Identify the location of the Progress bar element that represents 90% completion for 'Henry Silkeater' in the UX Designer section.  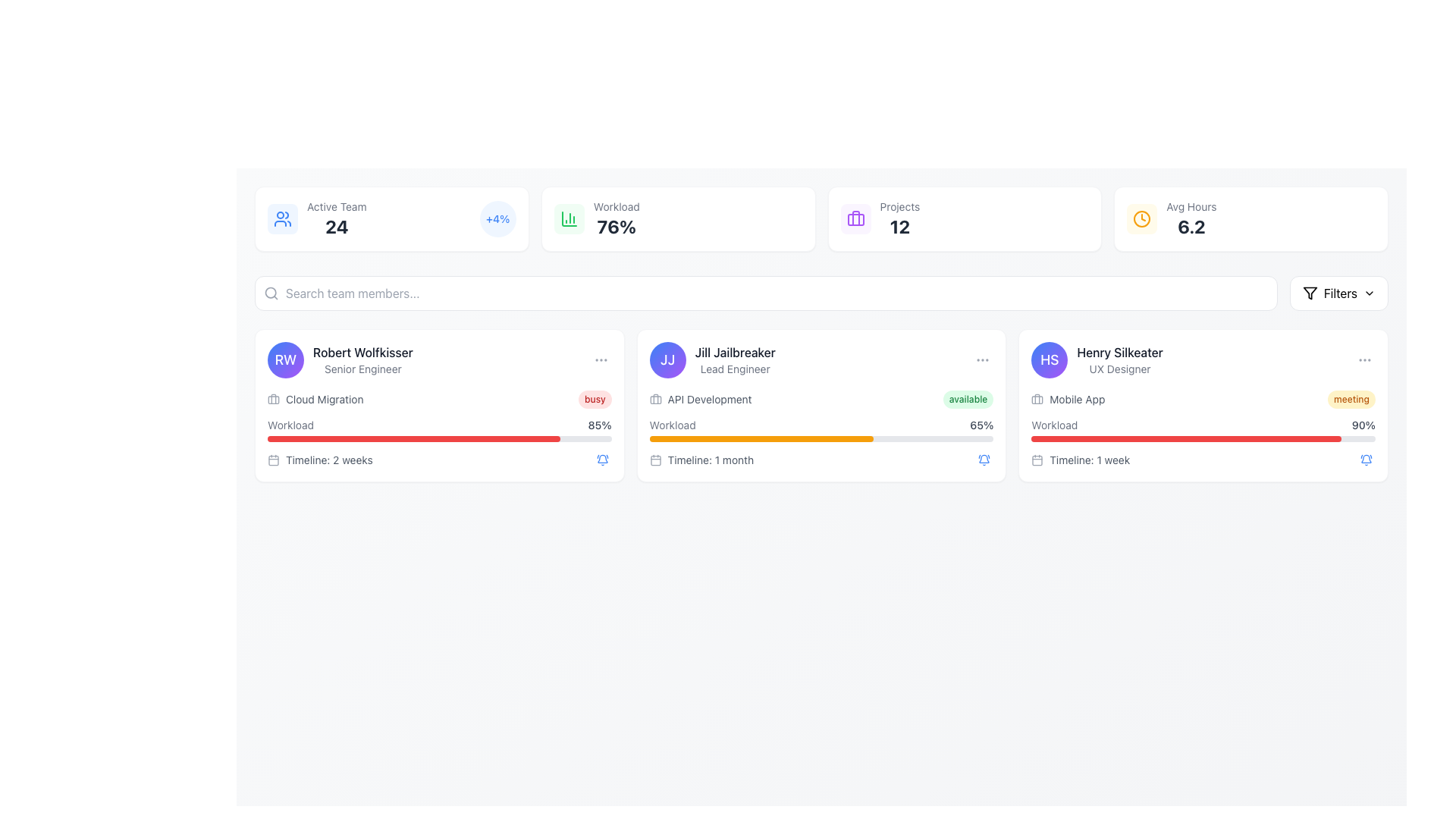
(1203, 430).